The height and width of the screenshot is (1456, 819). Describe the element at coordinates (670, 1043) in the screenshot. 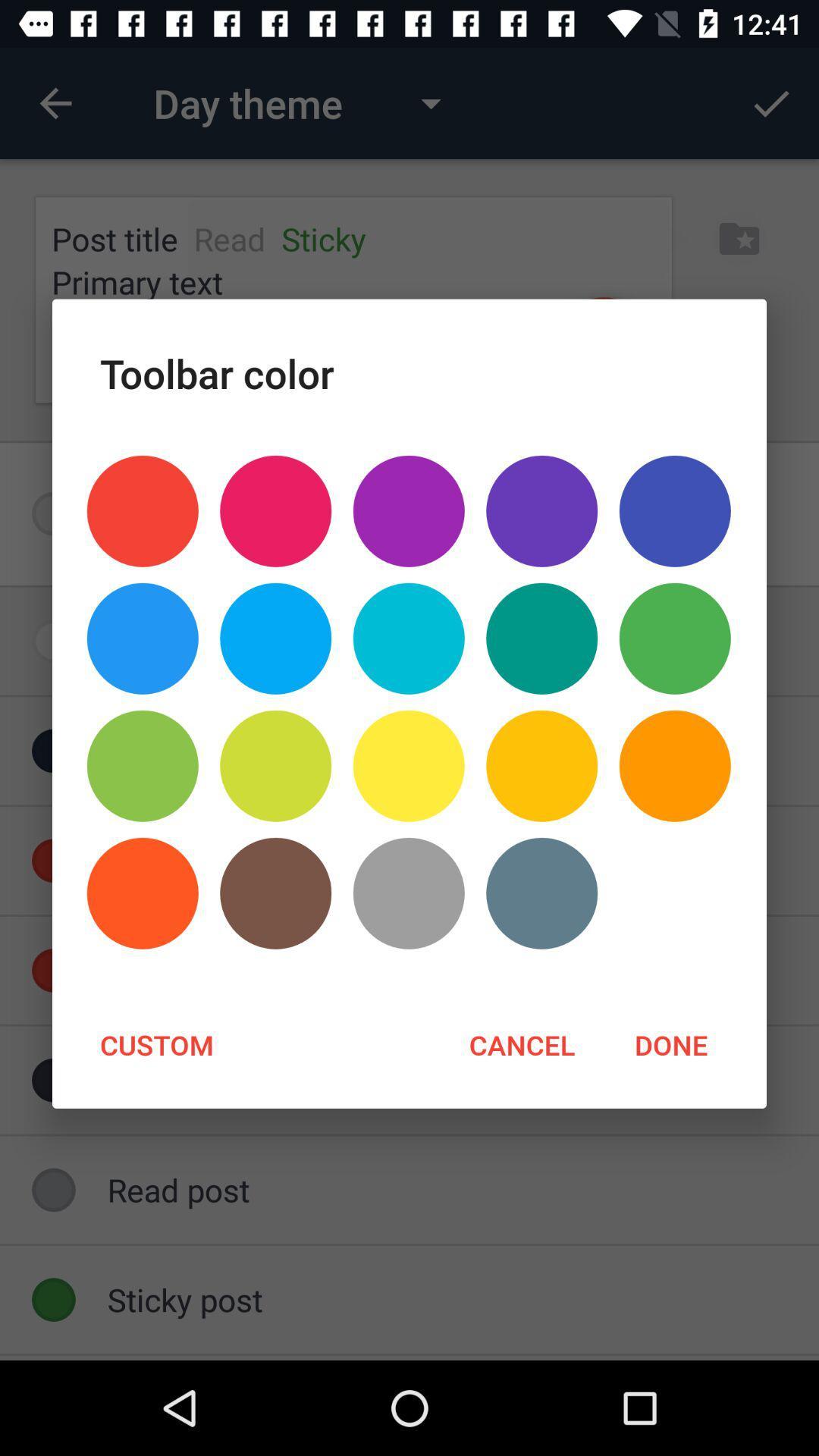

I see `the item next to cancel` at that location.